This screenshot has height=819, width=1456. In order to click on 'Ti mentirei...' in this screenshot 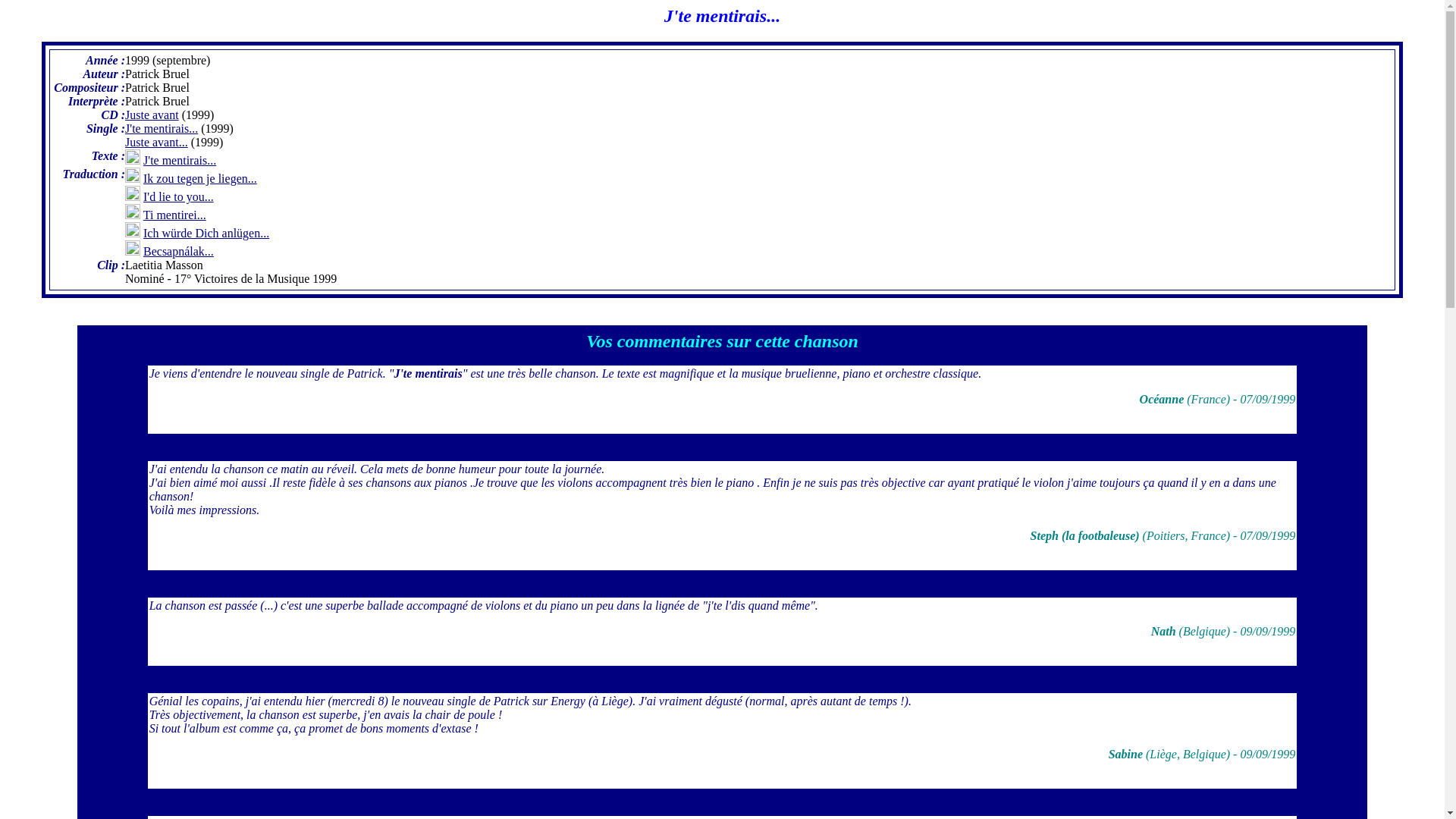, I will do `click(143, 215)`.